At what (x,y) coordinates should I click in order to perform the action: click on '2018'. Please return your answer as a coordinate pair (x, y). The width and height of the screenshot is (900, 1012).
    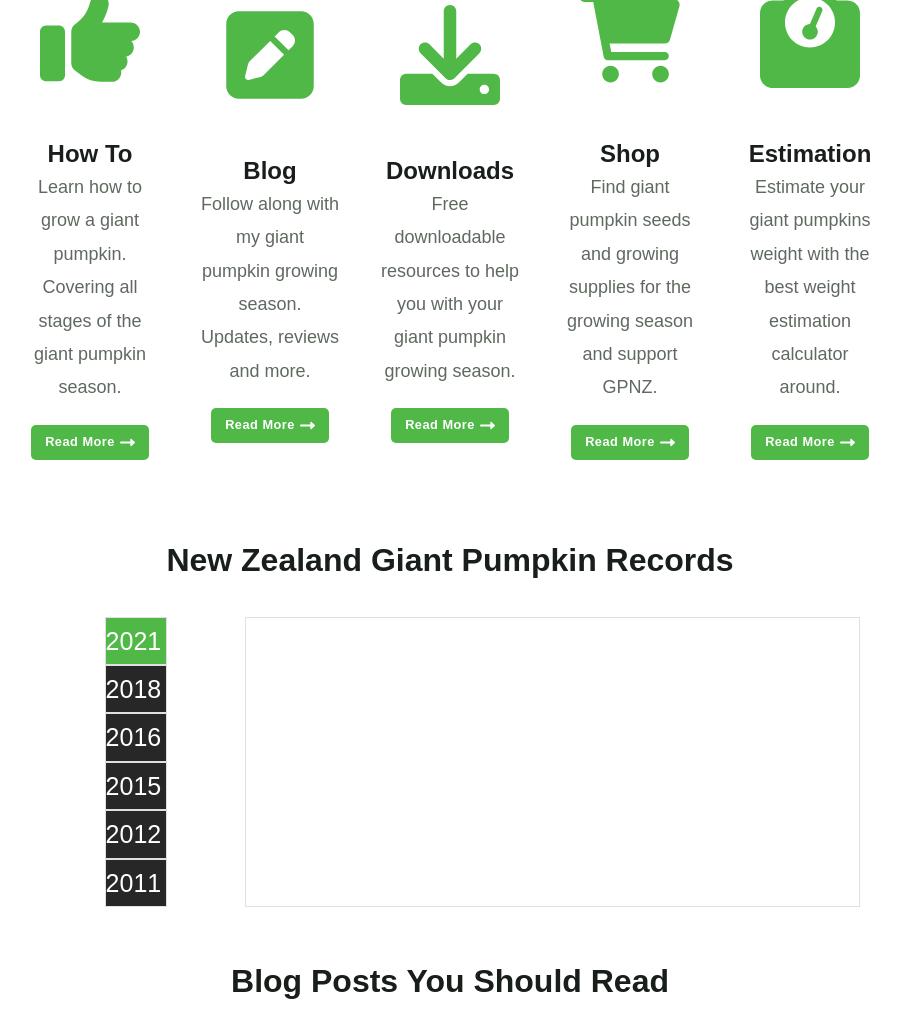
    Looking at the image, I should click on (104, 687).